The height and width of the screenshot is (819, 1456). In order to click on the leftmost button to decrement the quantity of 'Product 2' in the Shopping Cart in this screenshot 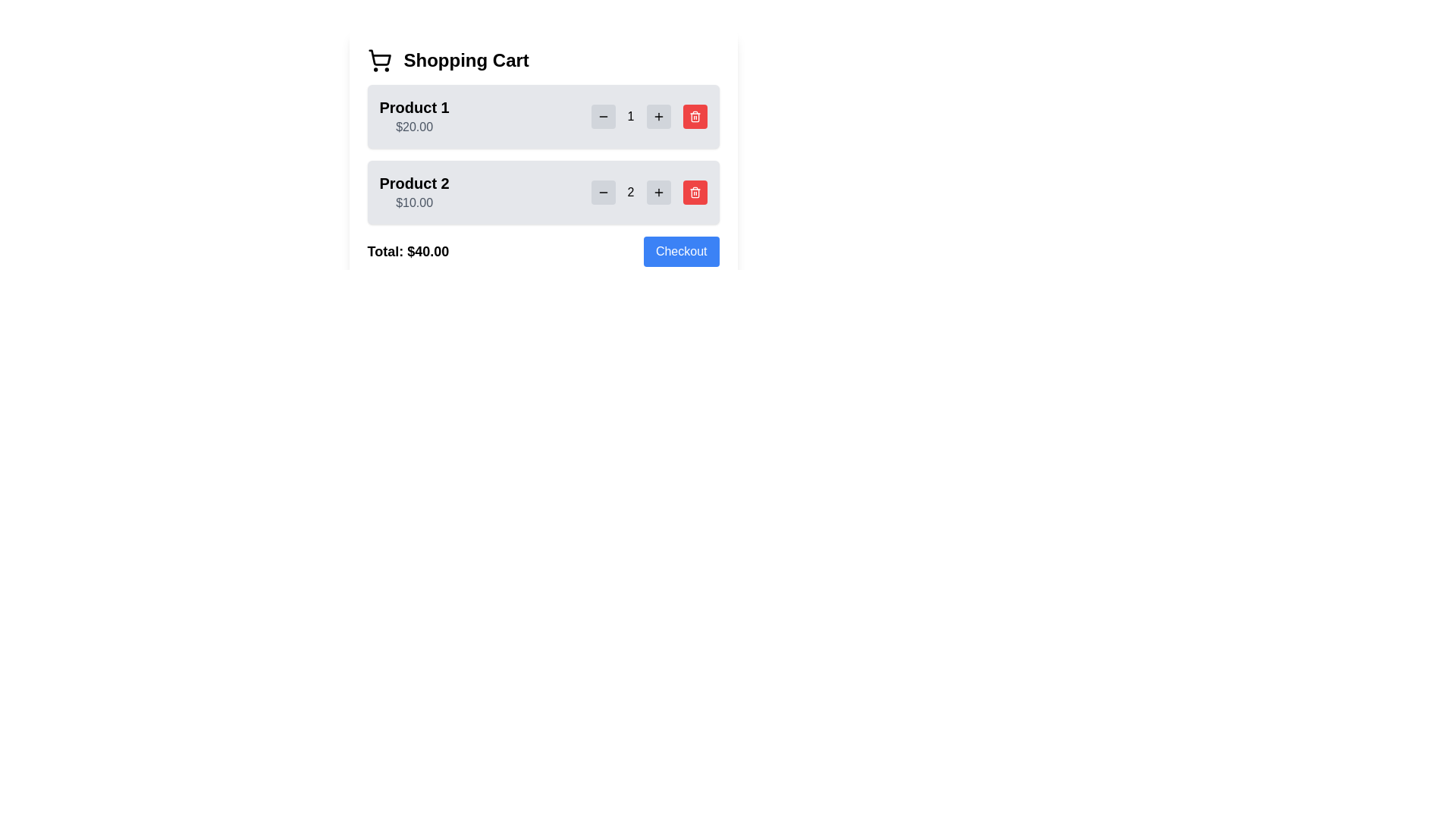, I will do `click(602, 192)`.